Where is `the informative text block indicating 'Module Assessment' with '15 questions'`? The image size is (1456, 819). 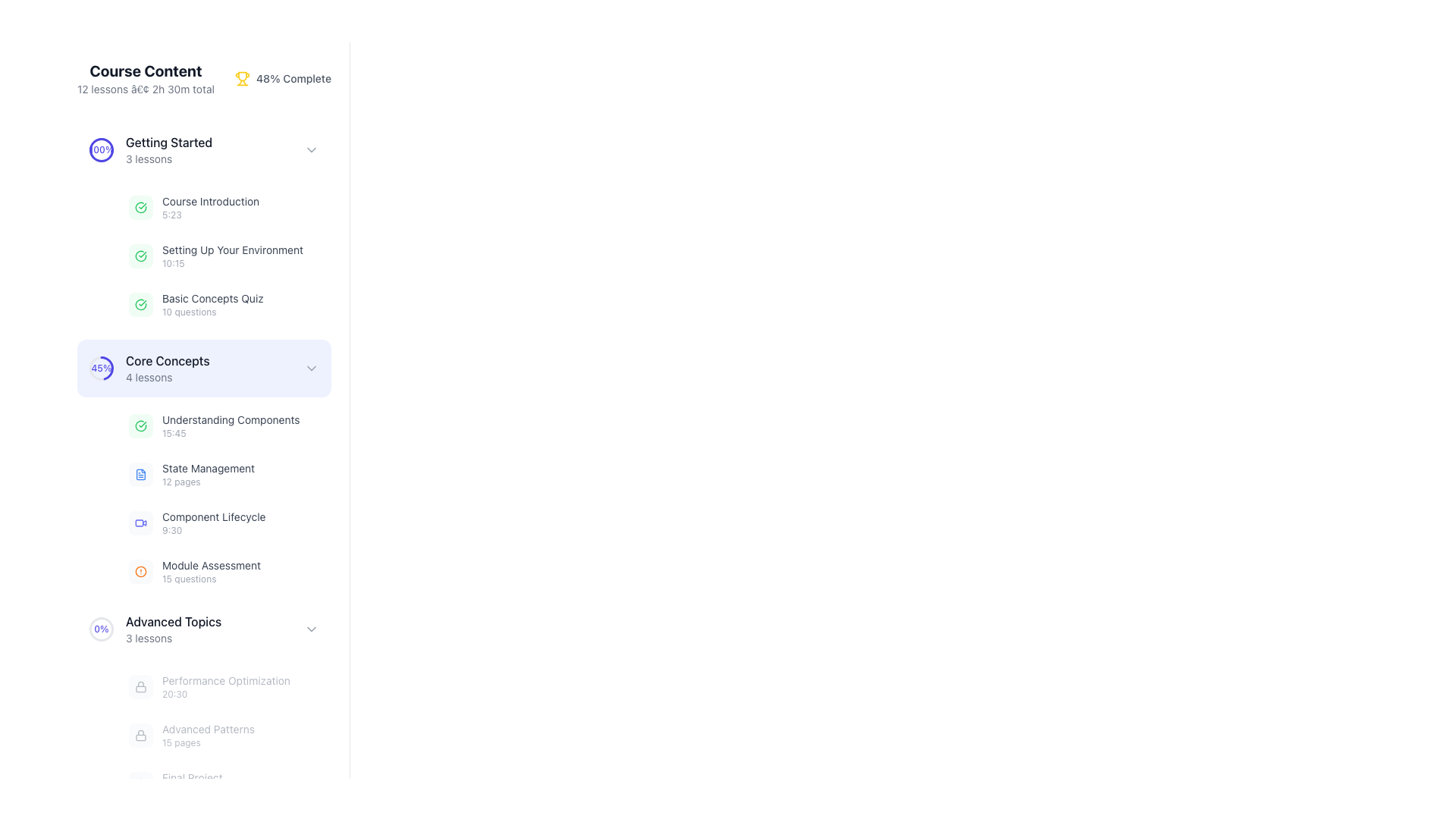
the informative text block indicating 'Module Assessment' with '15 questions' is located at coordinates (210, 571).